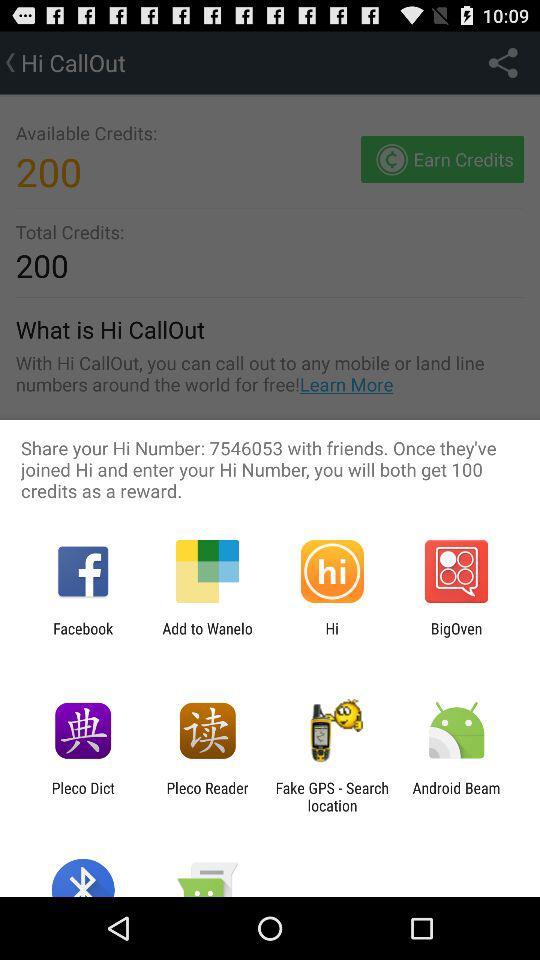 The image size is (540, 960). Describe the element at coordinates (206, 796) in the screenshot. I see `the app to the right of pleco dict` at that location.